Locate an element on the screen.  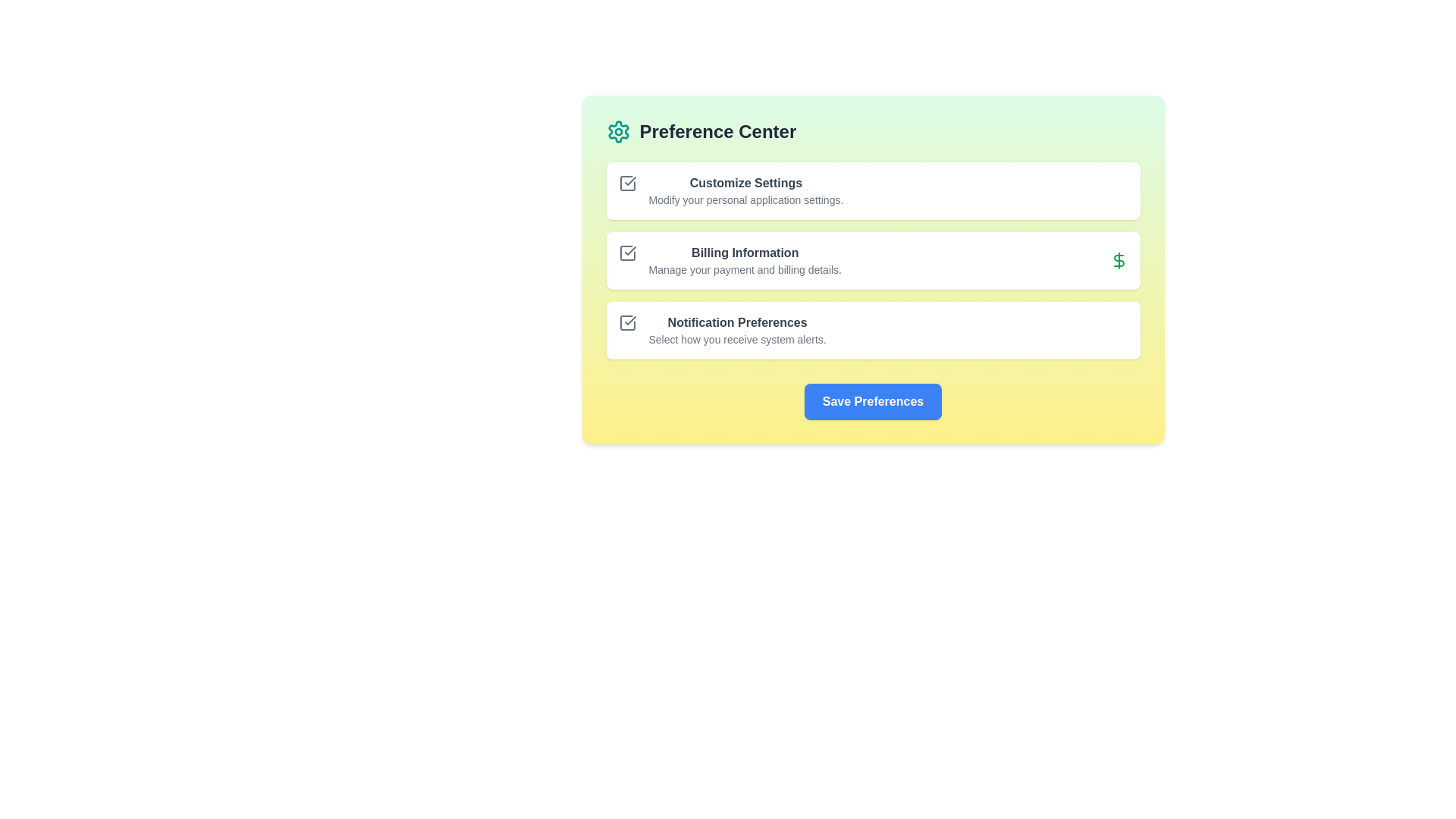
the 'Notification Preferences' text label, which is a prominent bold grayish title in the Preference Center interface, located between 'Billing Information' and 'Save Preferences' is located at coordinates (737, 322).